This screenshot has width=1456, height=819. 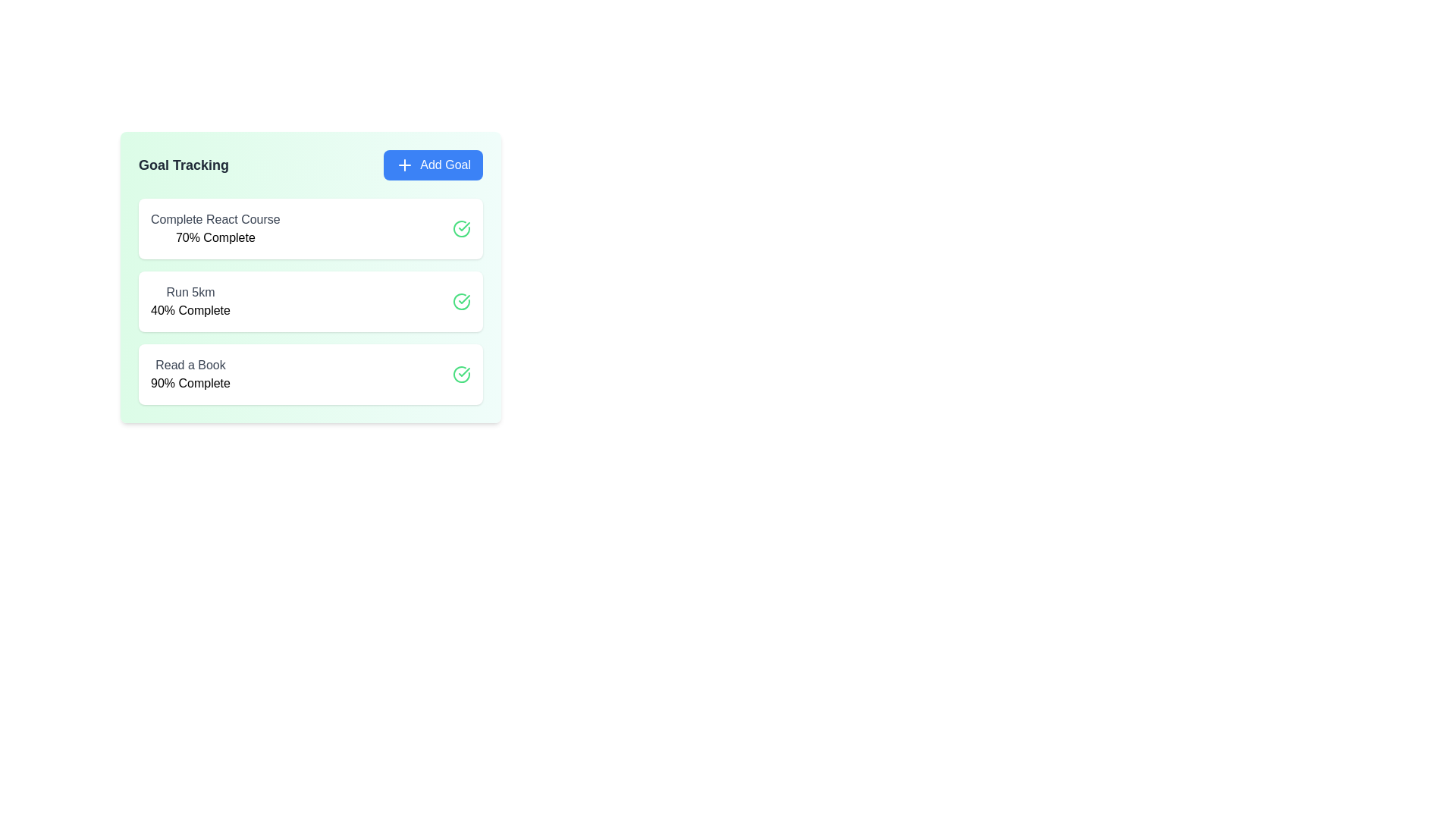 I want to click on the first entry of the vertically-stacked text display component that shows 'Complete React Course' and '70% Complete', so click(x=215, y=228).